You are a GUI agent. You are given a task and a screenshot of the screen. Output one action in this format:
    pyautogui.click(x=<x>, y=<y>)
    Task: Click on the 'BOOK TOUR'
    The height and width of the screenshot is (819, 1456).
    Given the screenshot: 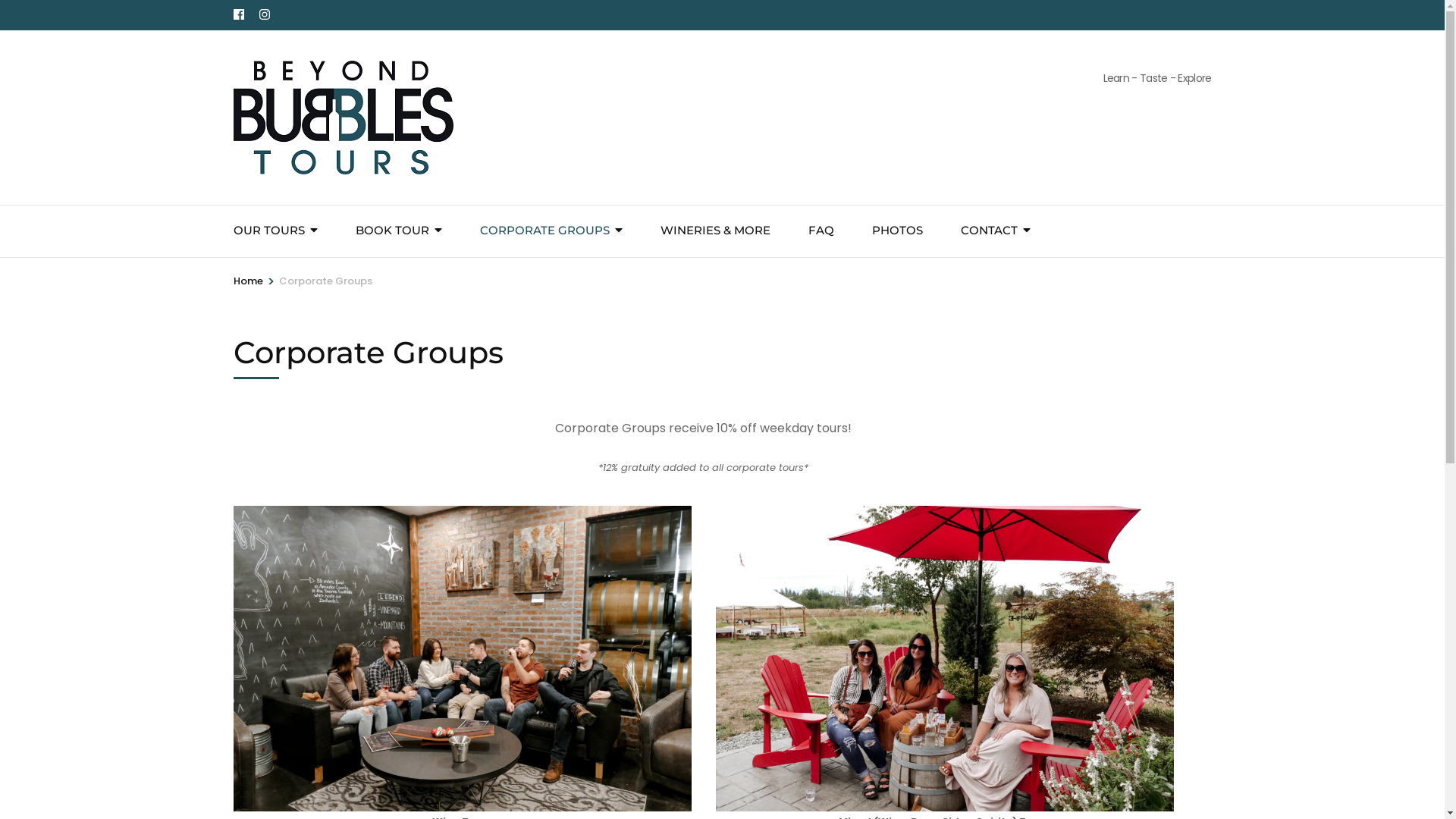 What is the action you would take?
    pyautogui.click(x=353, y=231)
    